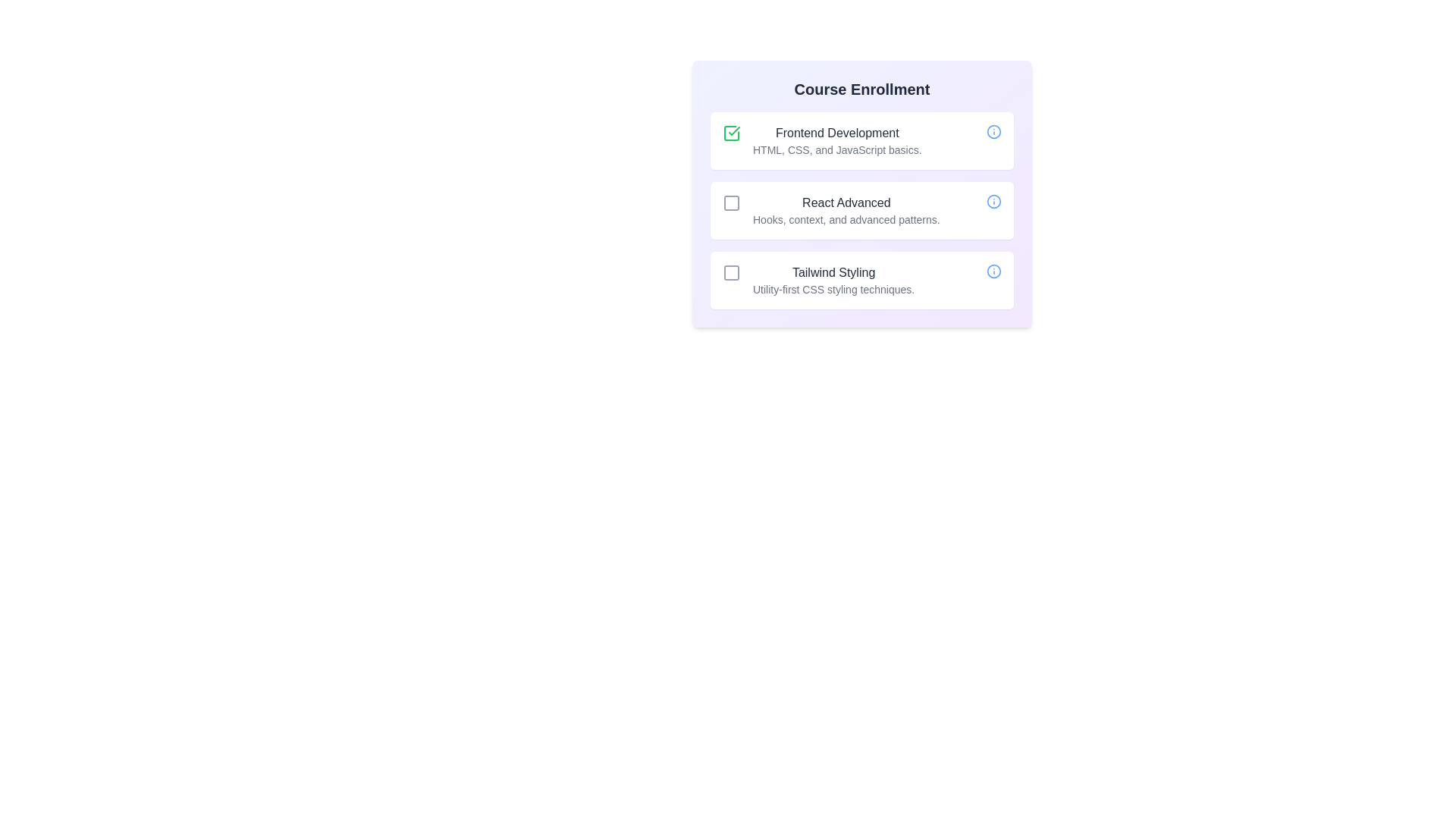 This screenshot has height=819, width=1456. I want to click on the text element displaying 'Frontend Development', so click(836, 133).